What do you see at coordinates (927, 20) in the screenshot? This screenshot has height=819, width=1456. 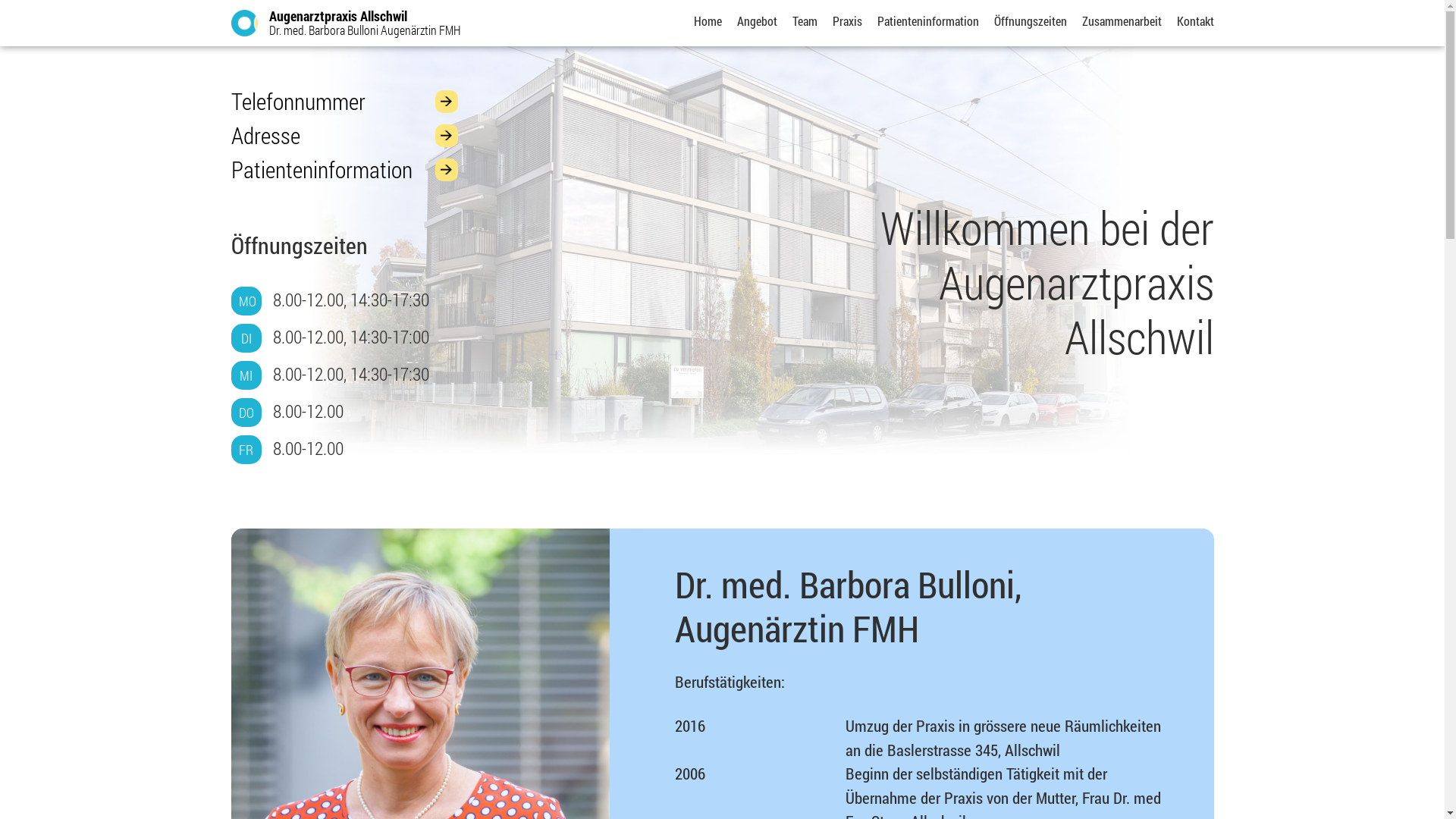 I see `'Patienteninformation'` at bounding box center [927, 20].